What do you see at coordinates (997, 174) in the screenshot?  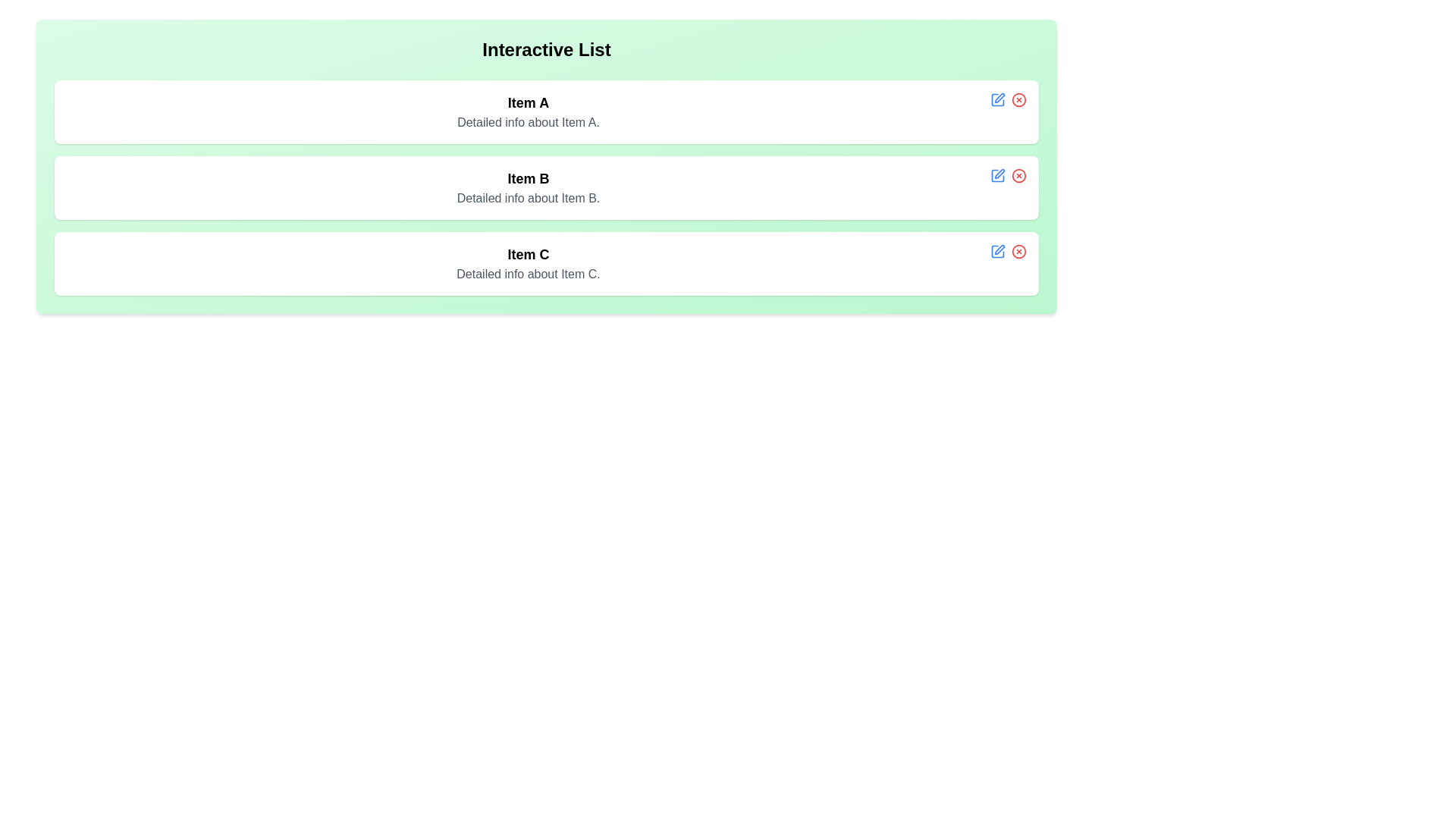 I see `the graphical icon element that signifies interaction, located to the left of the cancel button in the interactive list` at bounding box center [997, 174].